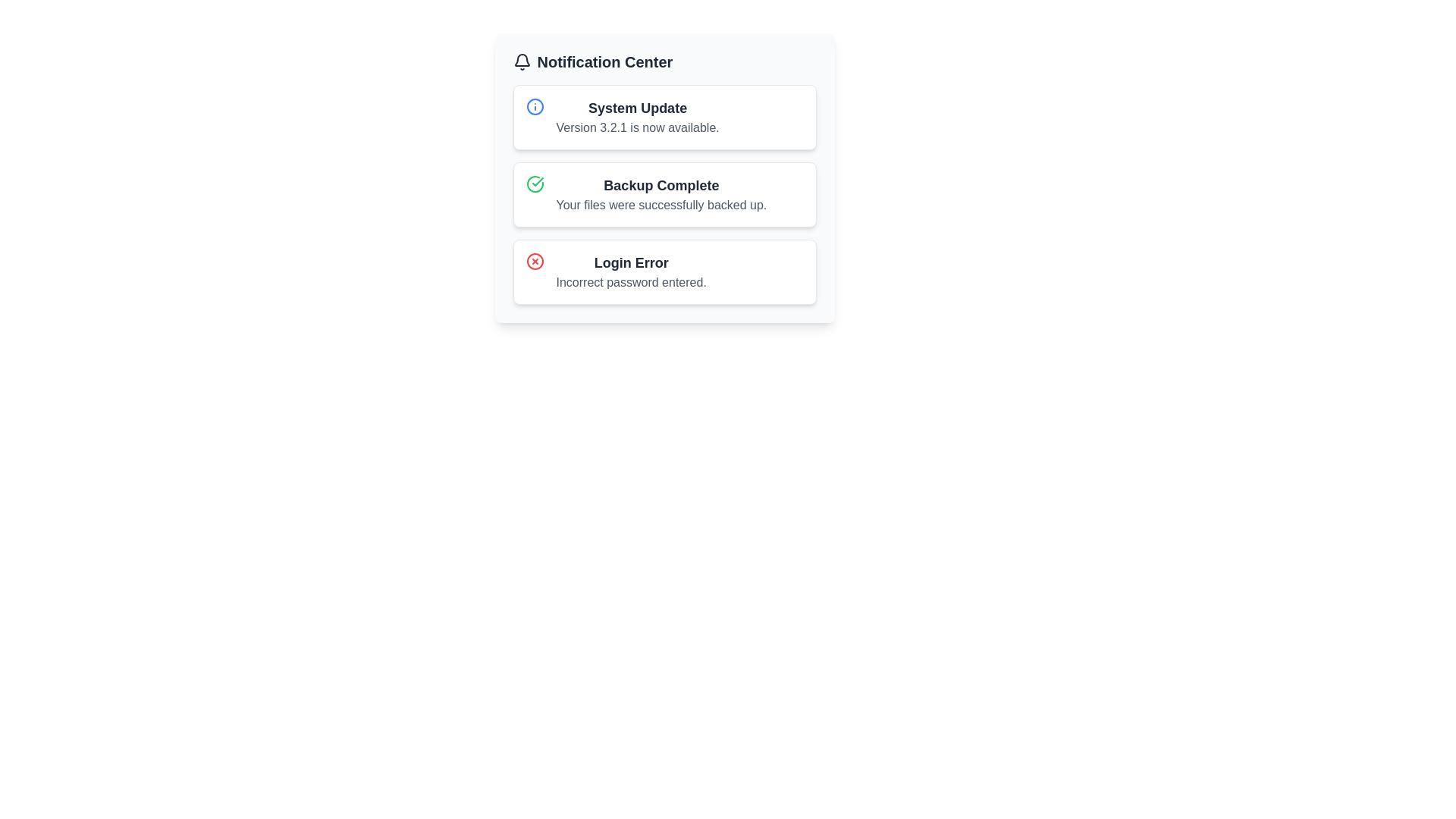 This screenshot has height=819, width=1456. Describe the element at coordinates (522, 59) in the screenshot. I see `the curved base portion of the bell-shaped notification icon located to the top-left of the 'Notification Center' title` at that location.